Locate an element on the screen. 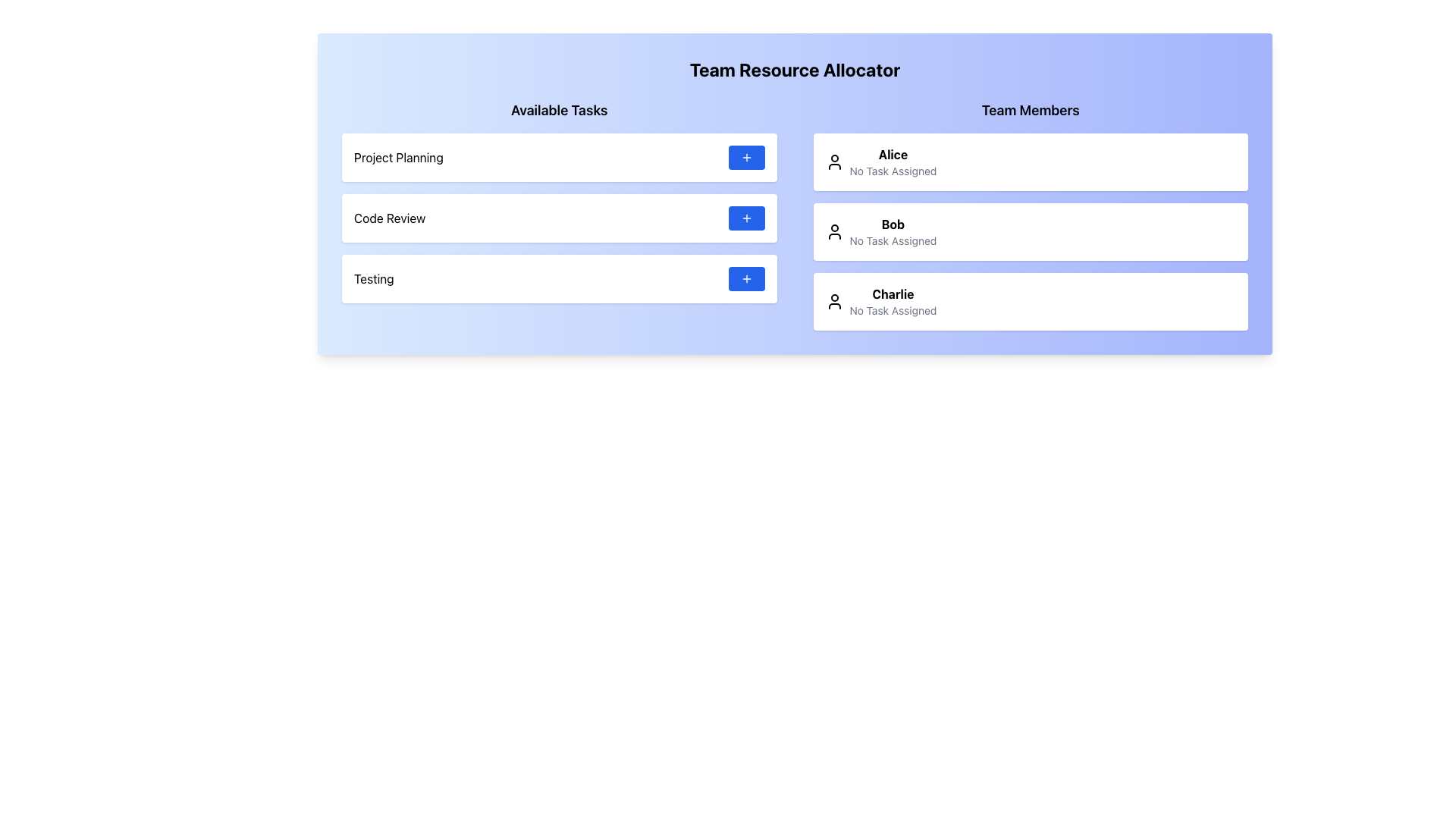  the informational text label indicating that user 'Bob' currently has no tasks assigned, located under the name 'Bob' in the second card of the 'Team Members' column is located at coordinates (893, 240).